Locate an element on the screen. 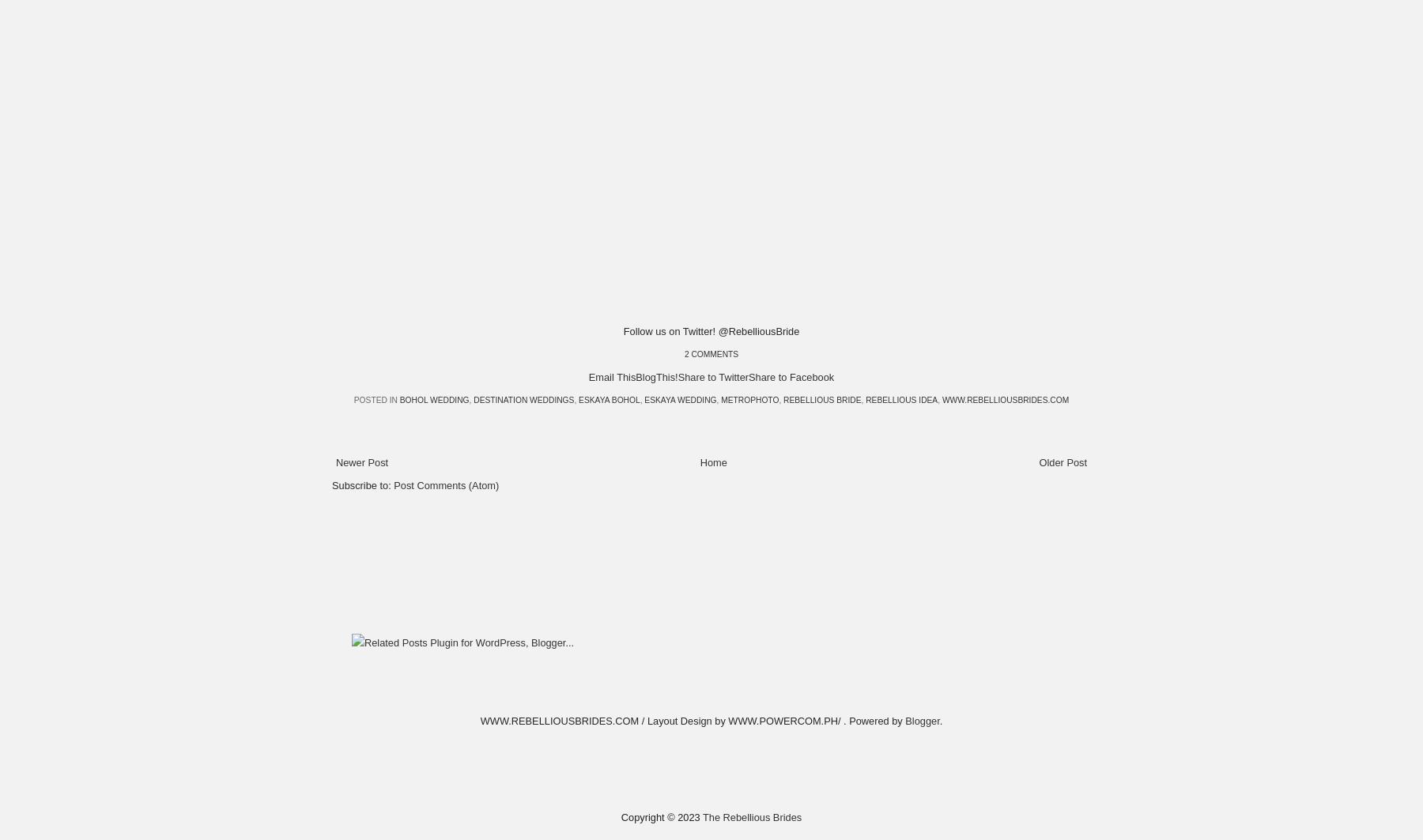 The height and width of the screenshot is (840, 1423). 'Older Post' is located at coordinates (1063, 461).